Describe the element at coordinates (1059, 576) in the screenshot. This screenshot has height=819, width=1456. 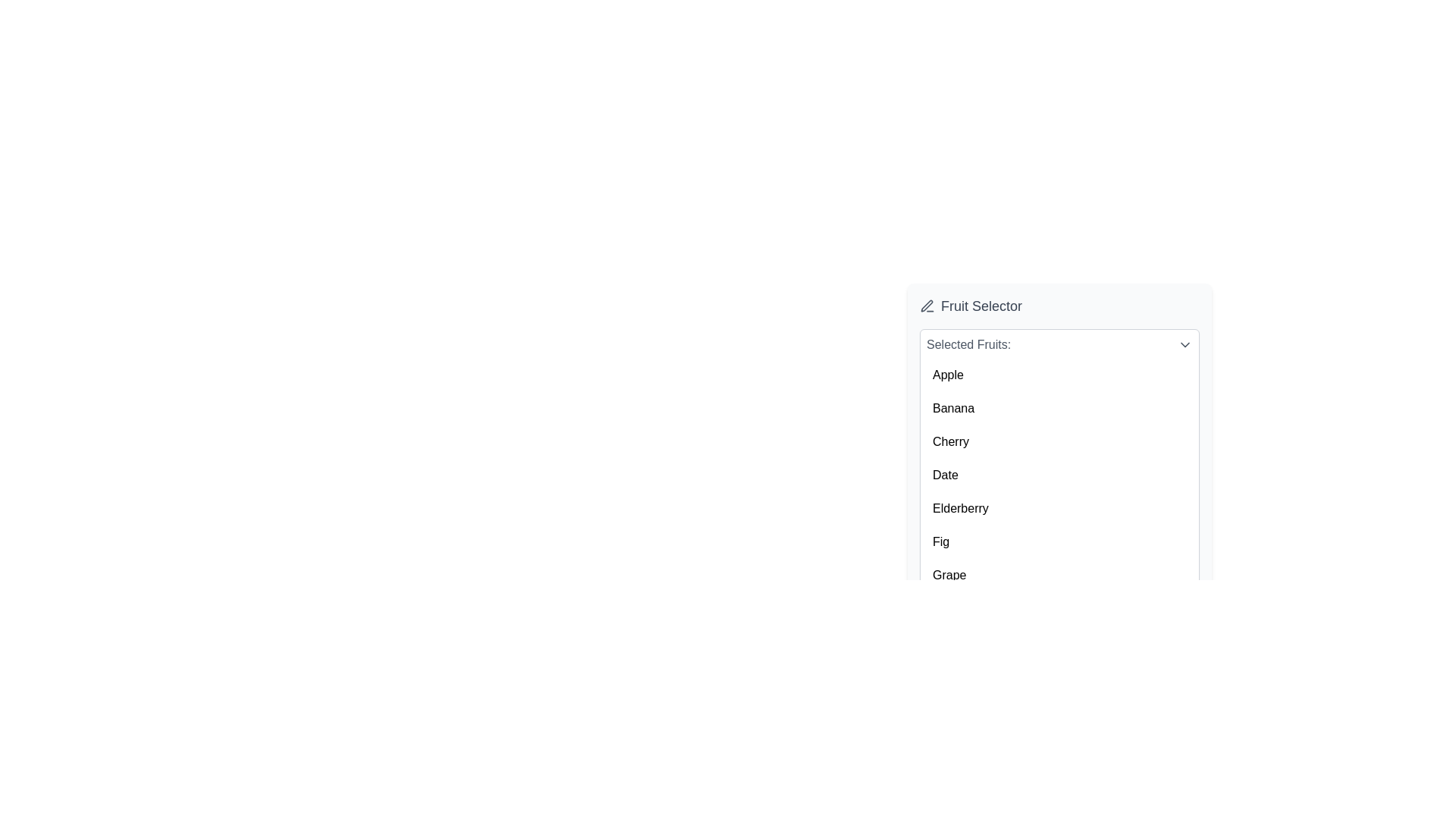
I see `the seventh list item in the vertical selection list of fruit items` at that location.